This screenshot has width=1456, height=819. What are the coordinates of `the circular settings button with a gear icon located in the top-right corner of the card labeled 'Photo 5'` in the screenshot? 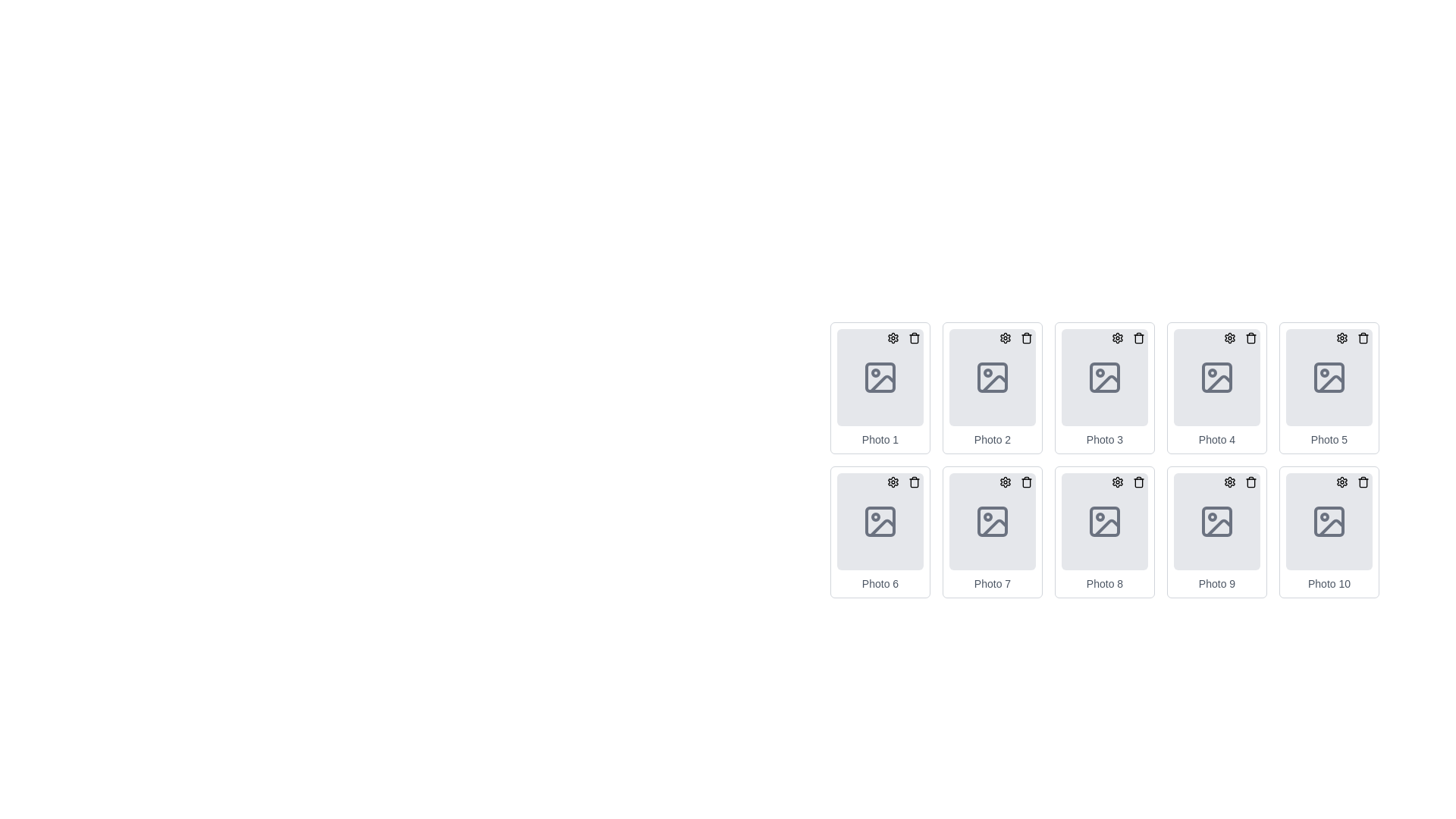 It's located at (1342, 337).